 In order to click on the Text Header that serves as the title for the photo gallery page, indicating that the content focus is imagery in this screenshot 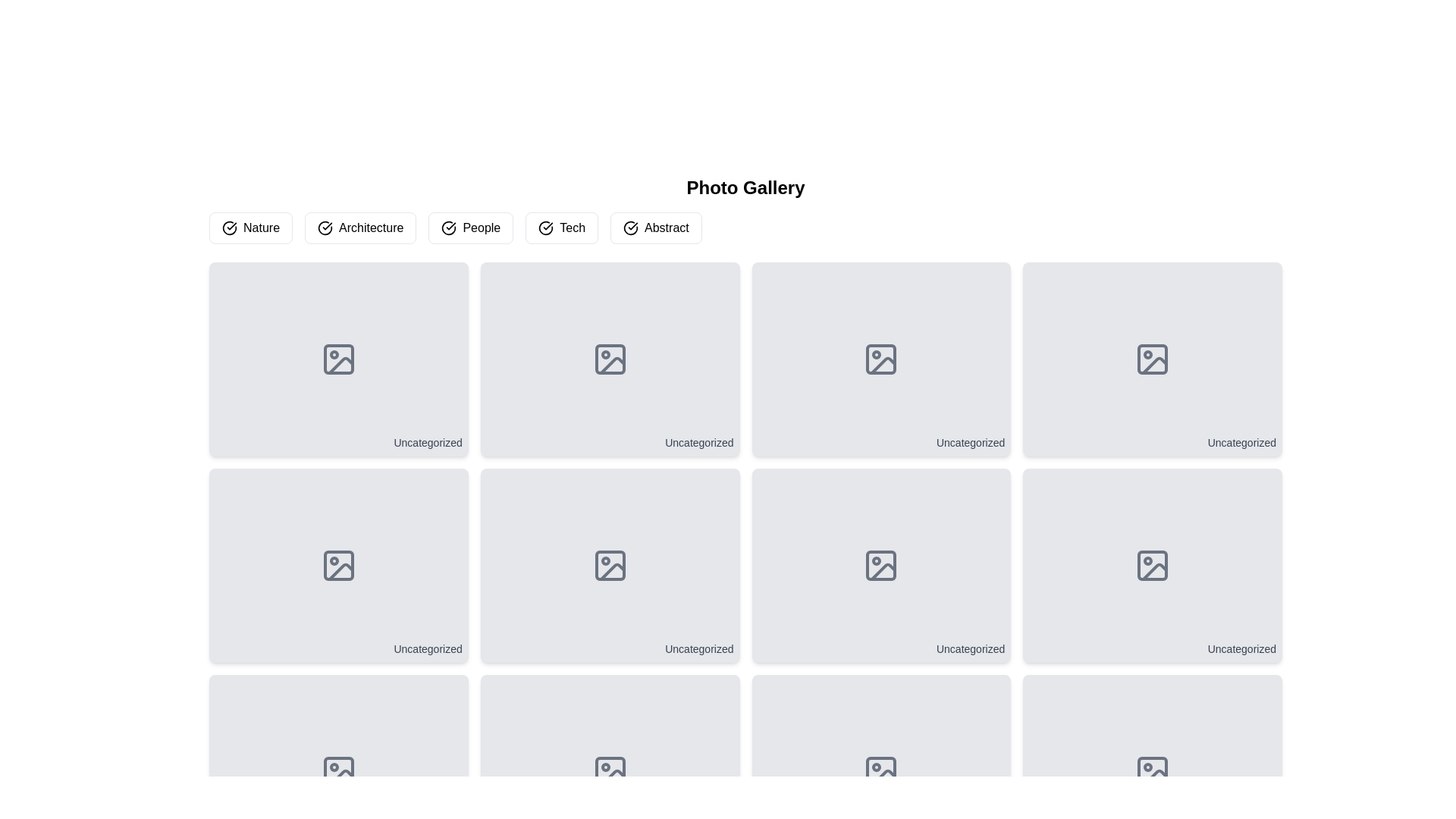, I will do `click(745, 187)`.